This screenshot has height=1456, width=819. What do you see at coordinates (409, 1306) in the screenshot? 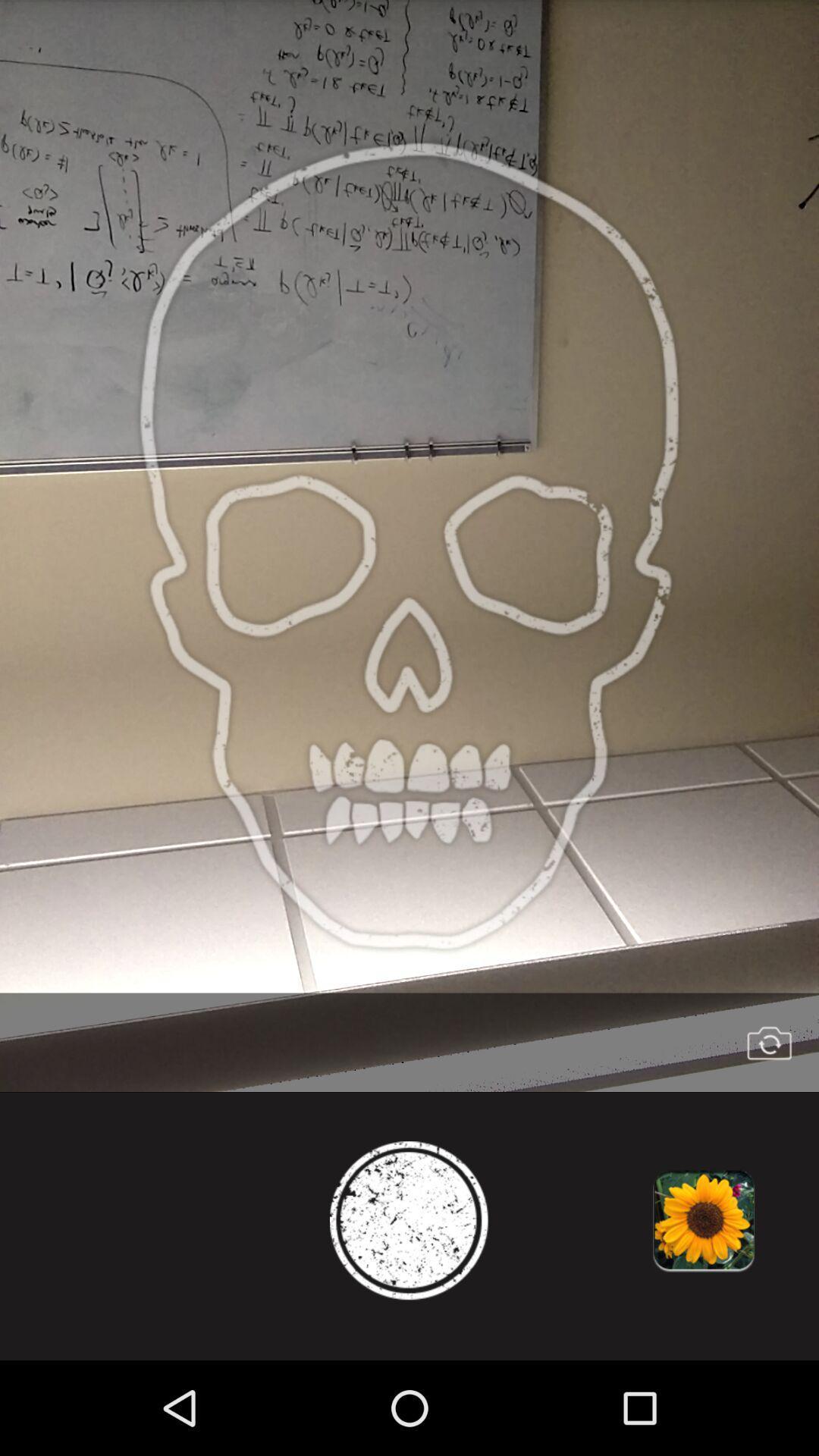
I see `the avatar icon` at bounding box center [409, 1306].